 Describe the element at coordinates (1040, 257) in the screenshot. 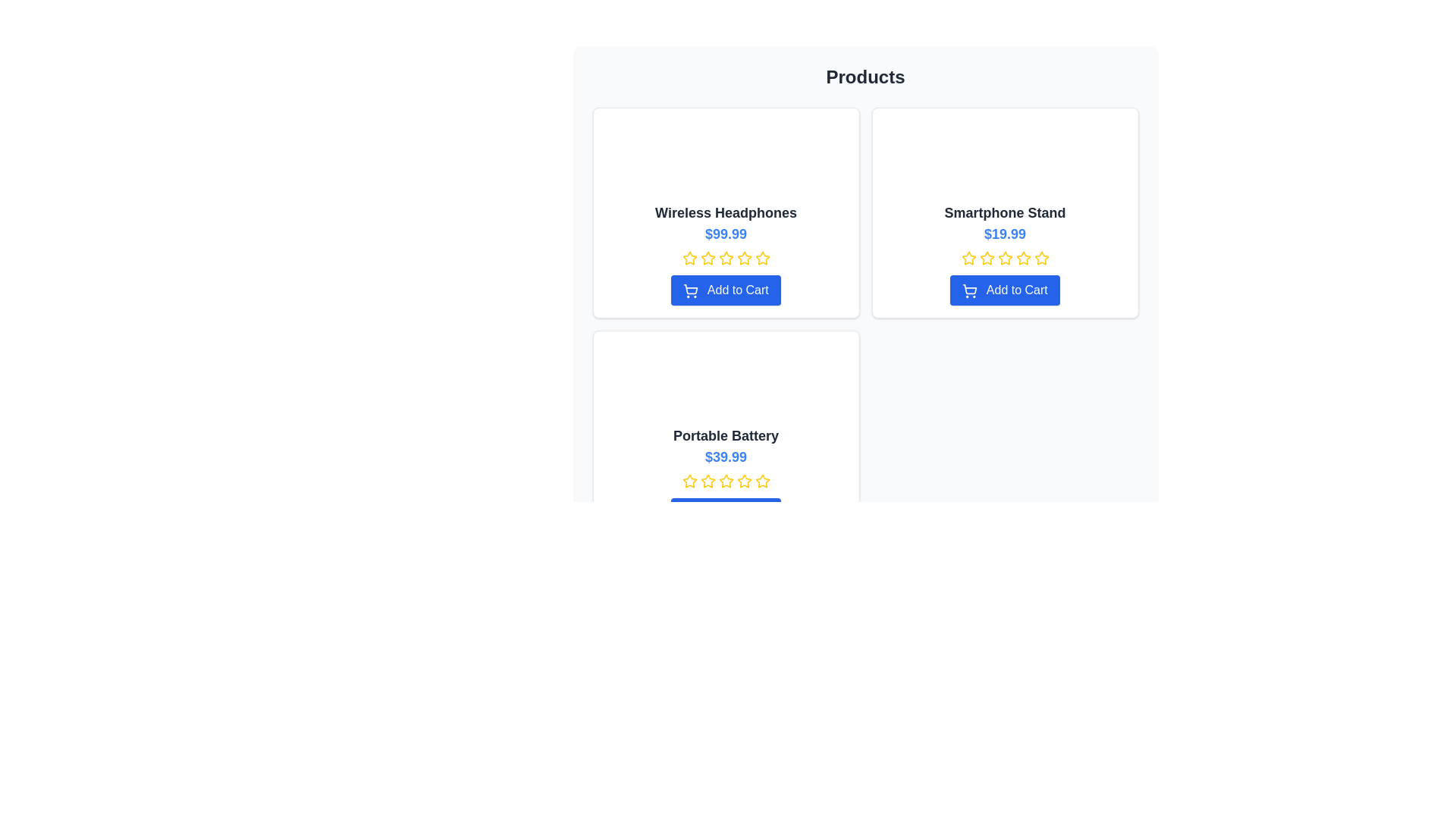

I see `the fifth yellow star-shaped rating icon in the product listing for the 'Smartphone Stand' located in the second card of the top row` at that location.